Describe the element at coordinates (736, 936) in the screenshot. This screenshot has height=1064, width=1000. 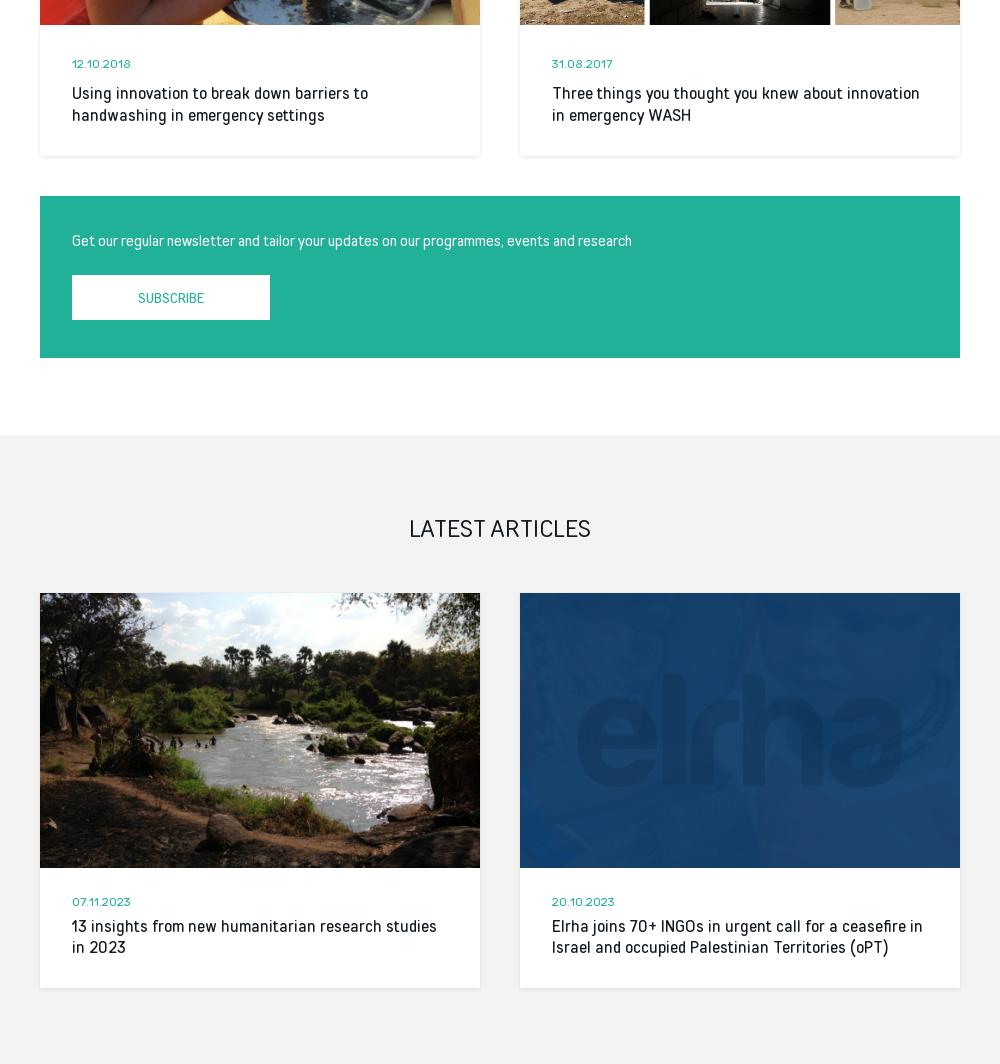
I see `'Elrha joins 70+ INGOs in urgent call for a ceasefire in Israel and occupied Palestinian Territories (oPT)'` at that location.